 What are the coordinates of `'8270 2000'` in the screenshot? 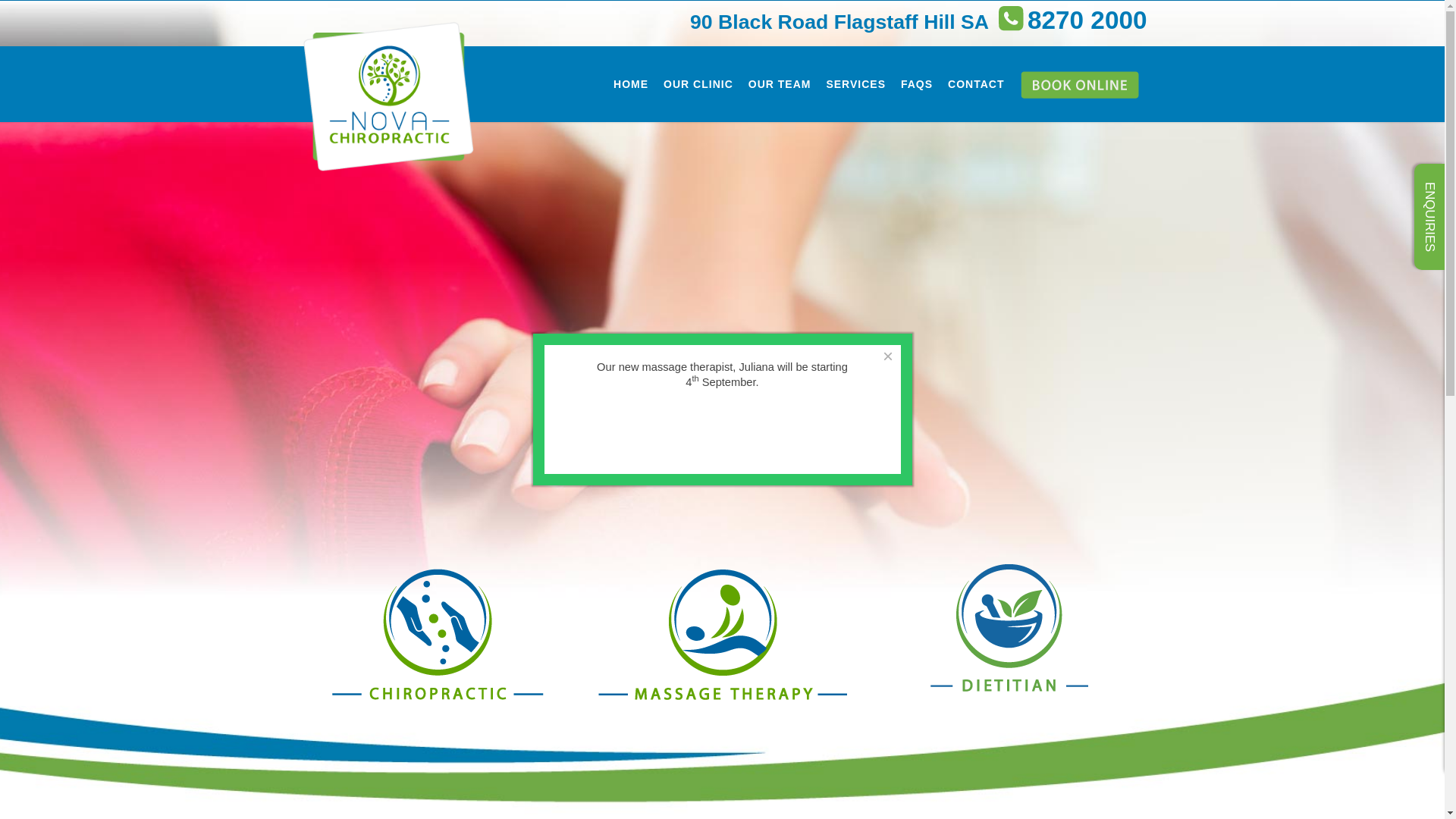 It's located at (992, 24).